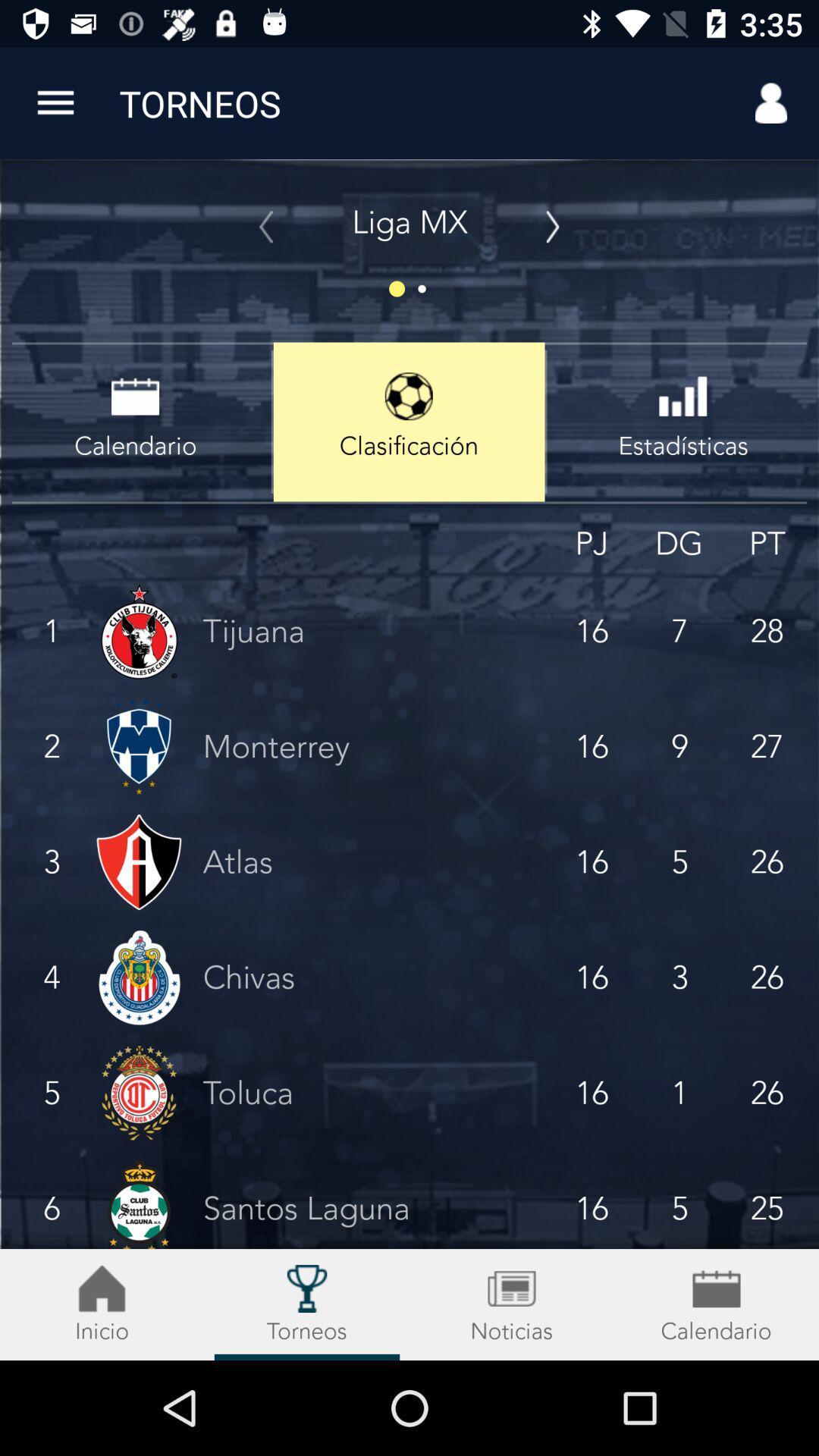 This screenshot has width=819, height=1456. Describe the element at coordinates (307, 1304) in the screenshot. I see `the location icon` at that location.